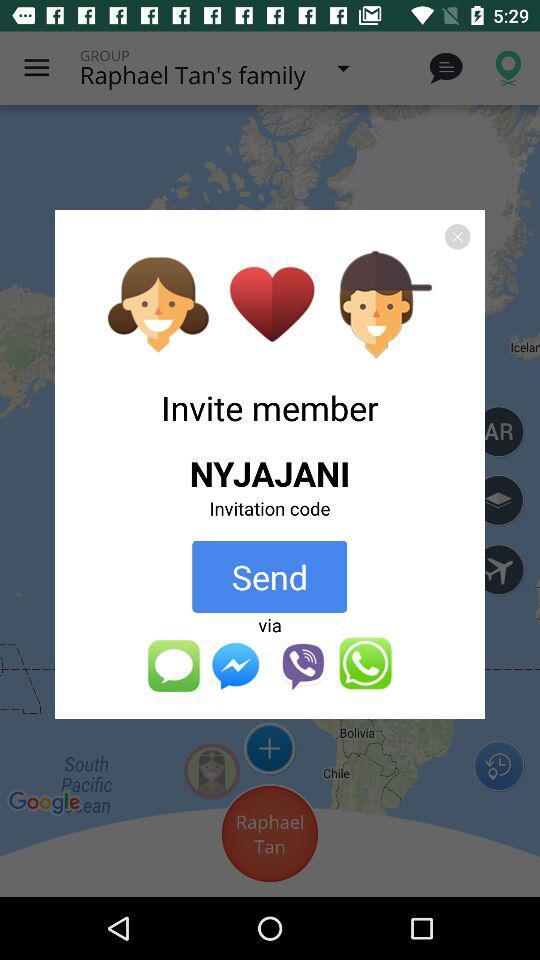 This screenshot has width=540, height=960. What do you see at coordinates (269, 665) in the screenshot?
I see `the icon below via` at bounding box center [269, 665].